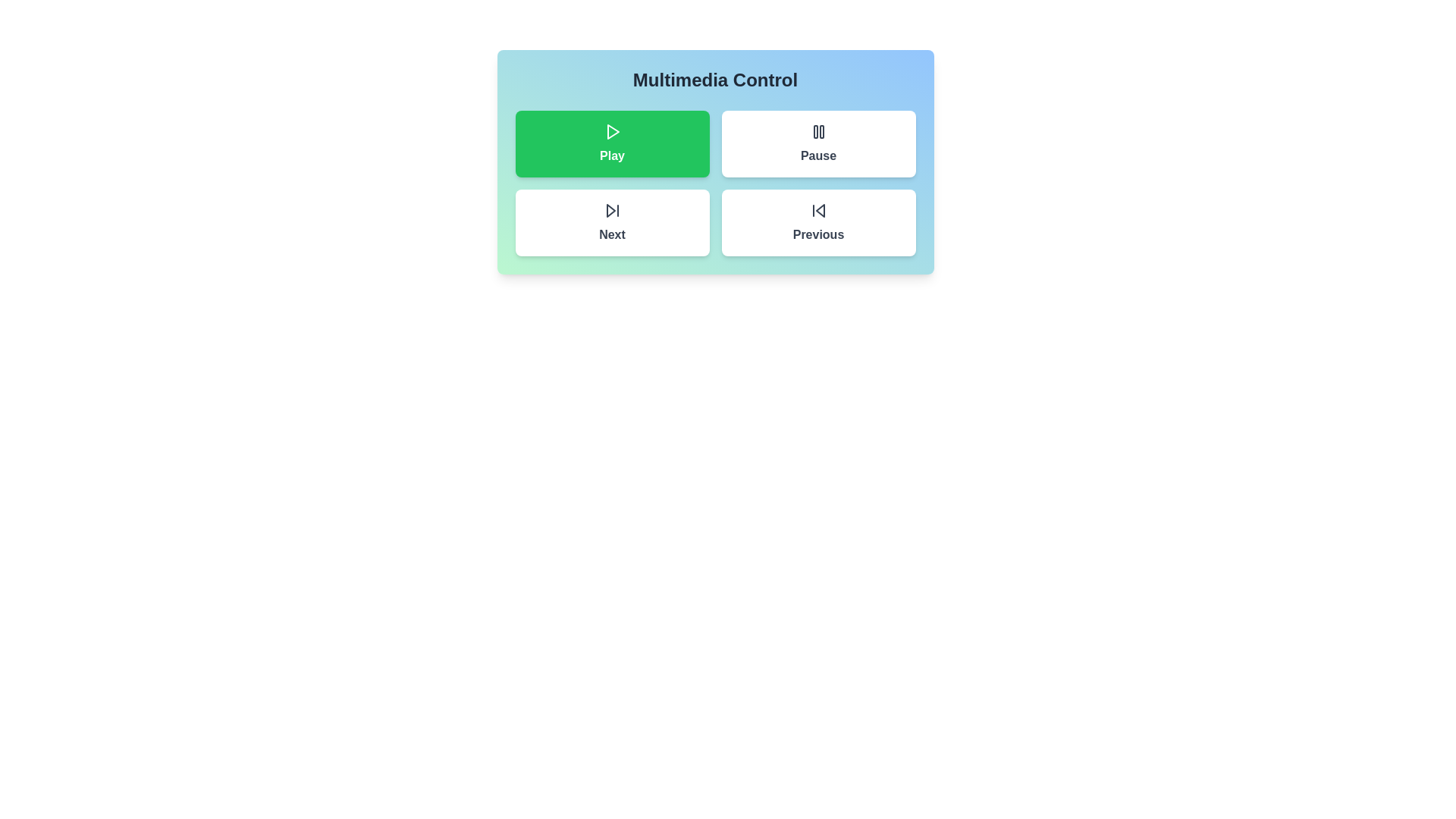 This screenshot has height=819, width=1456. What do you see at coordinates (817, 143) in the screenshot?
I see `the Pause button to activate it` at bounding box center [817, 143].